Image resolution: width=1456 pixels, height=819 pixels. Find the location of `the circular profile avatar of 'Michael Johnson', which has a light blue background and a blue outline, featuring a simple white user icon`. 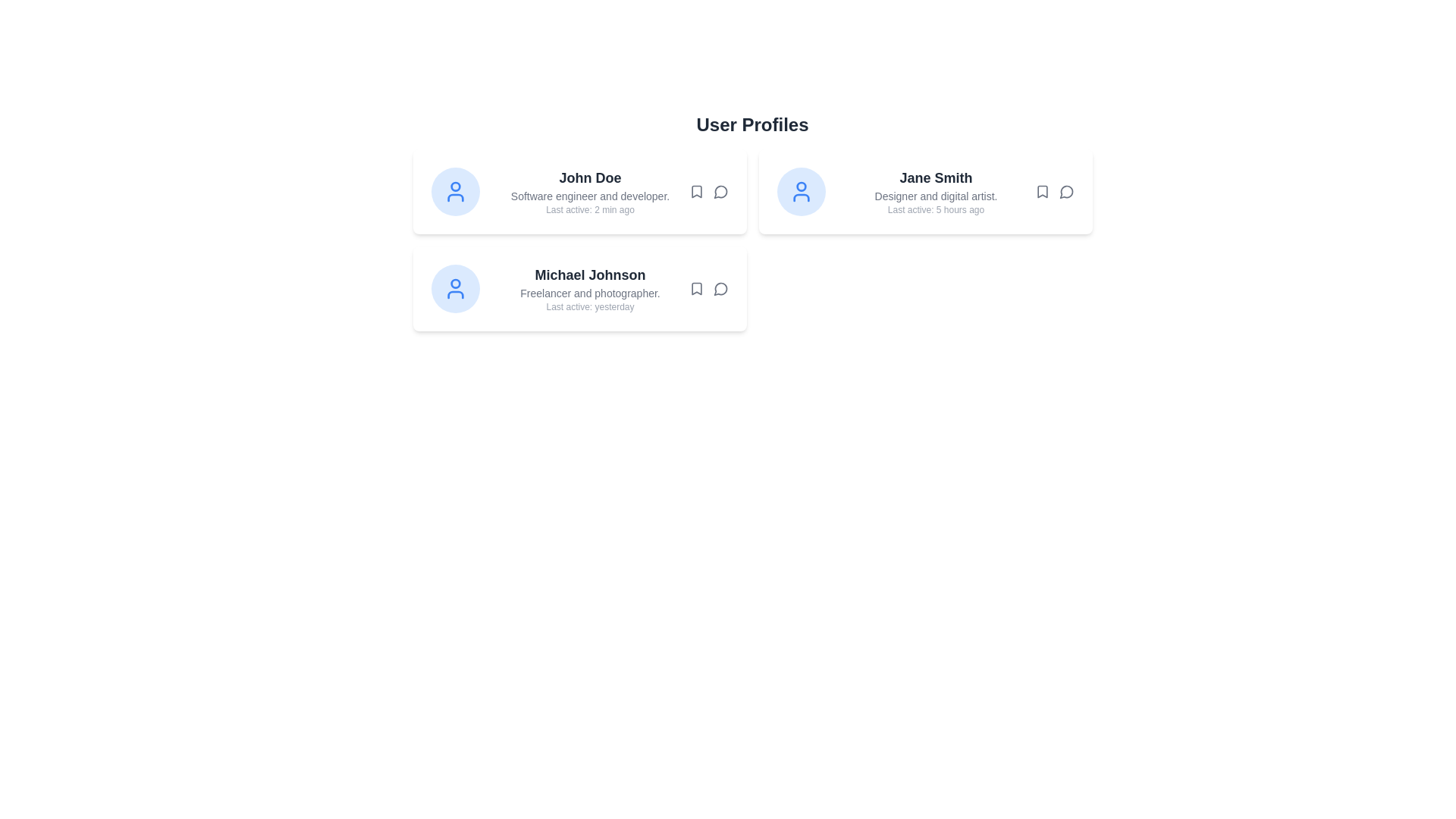

the circular profile avatar of 'Michael Johnson', which has a light blue background and a blue outline, featuring a simple white user icon is located at coordinates (454, 289).